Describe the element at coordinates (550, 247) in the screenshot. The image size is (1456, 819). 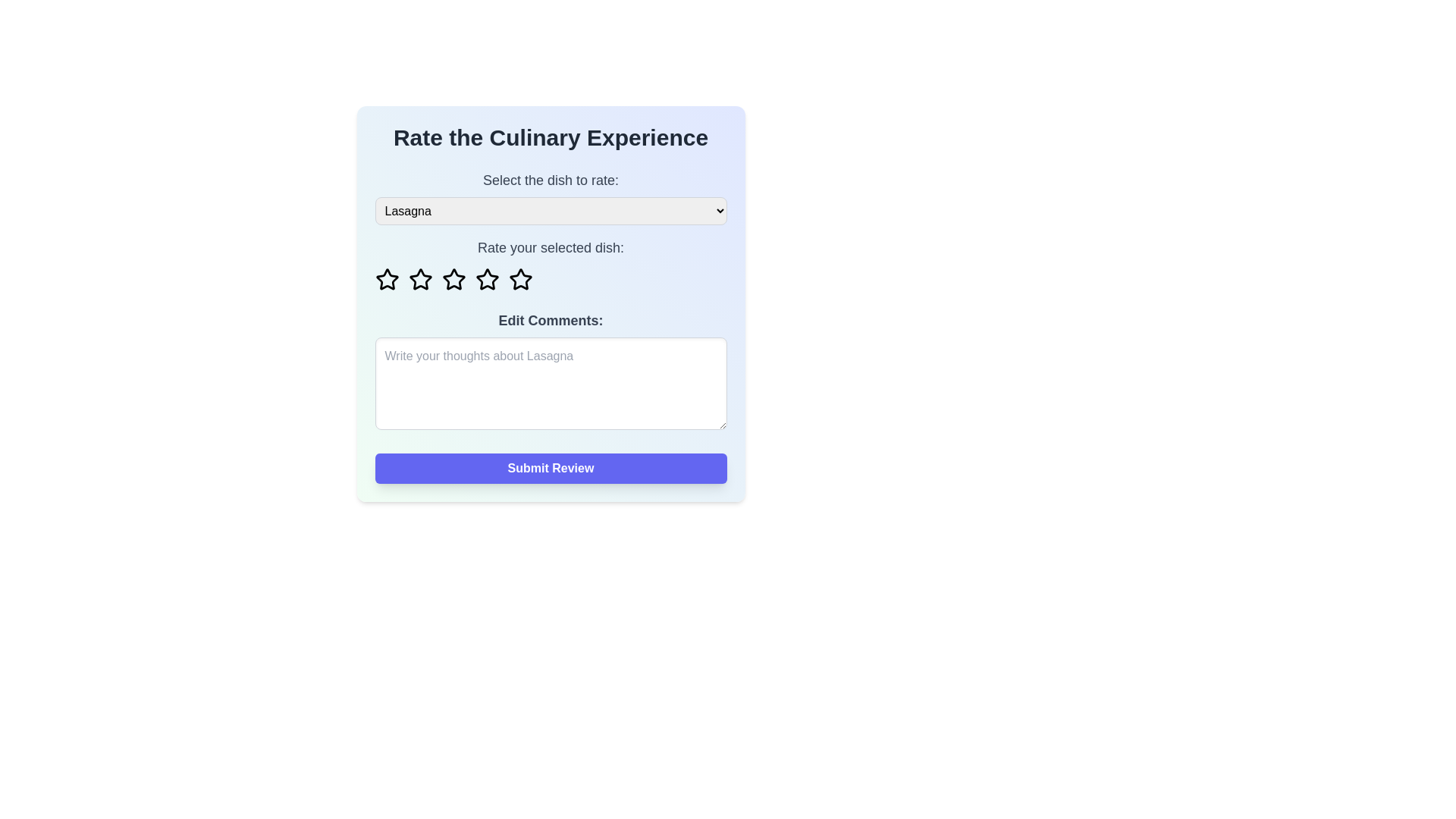
I see `the Text label that explains the purpose of the star icons for rating the dish, positioned directly under the dropdown menu displaying the dish` at that location.